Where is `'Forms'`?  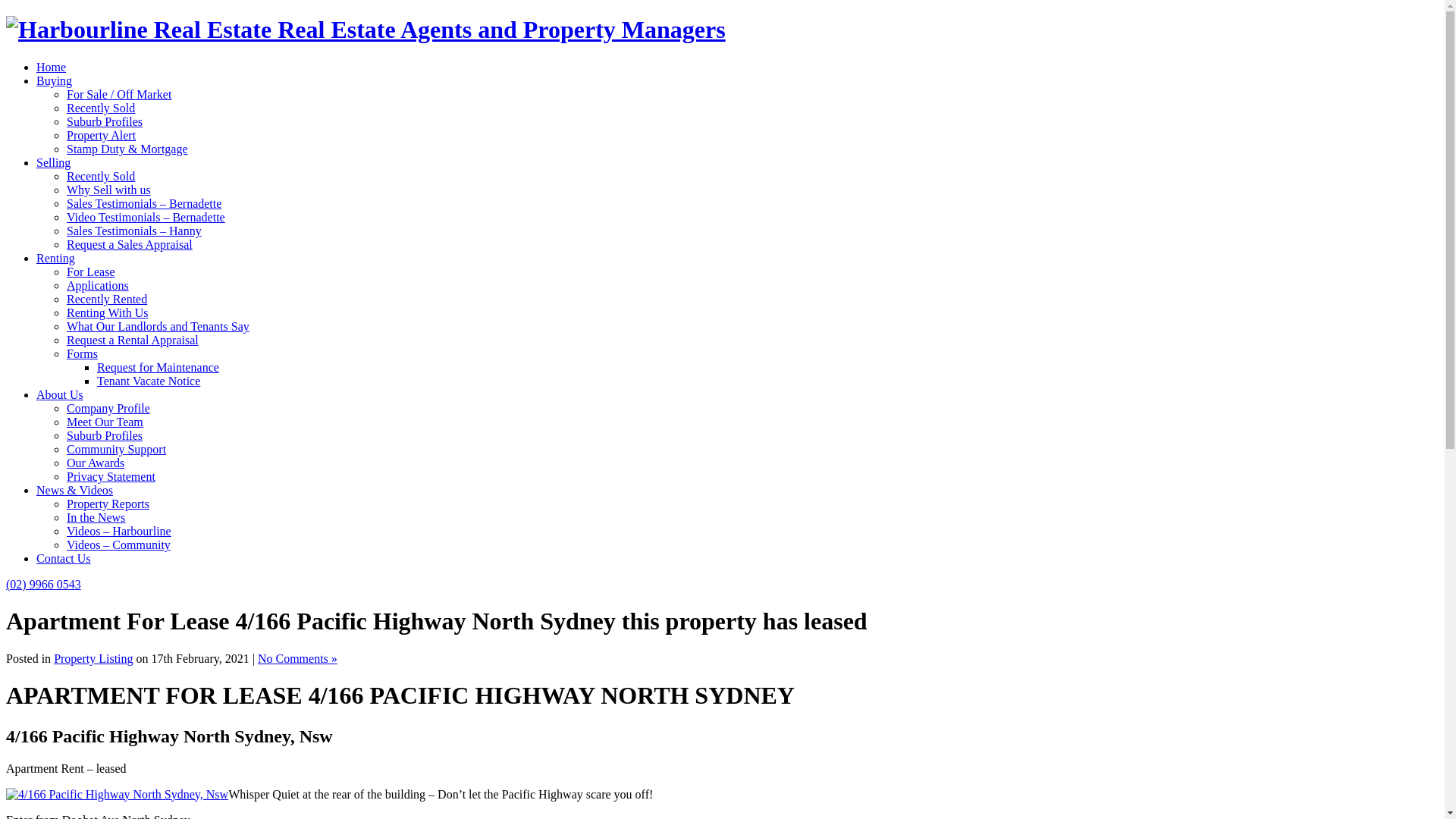
'Forms' is located at coordinates (65, 353).